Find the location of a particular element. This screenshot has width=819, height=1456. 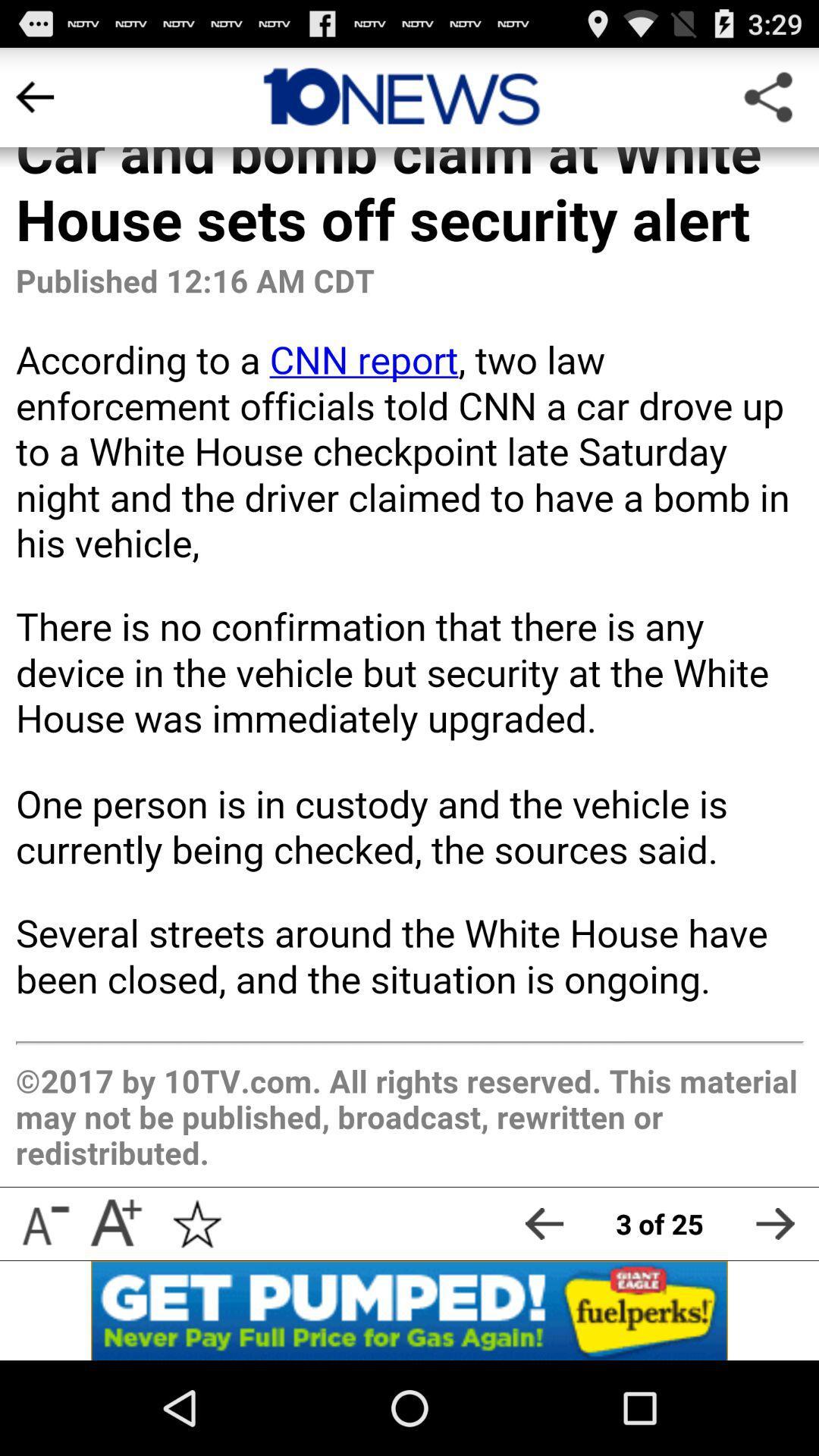

body is located at coordinates (409, 617).